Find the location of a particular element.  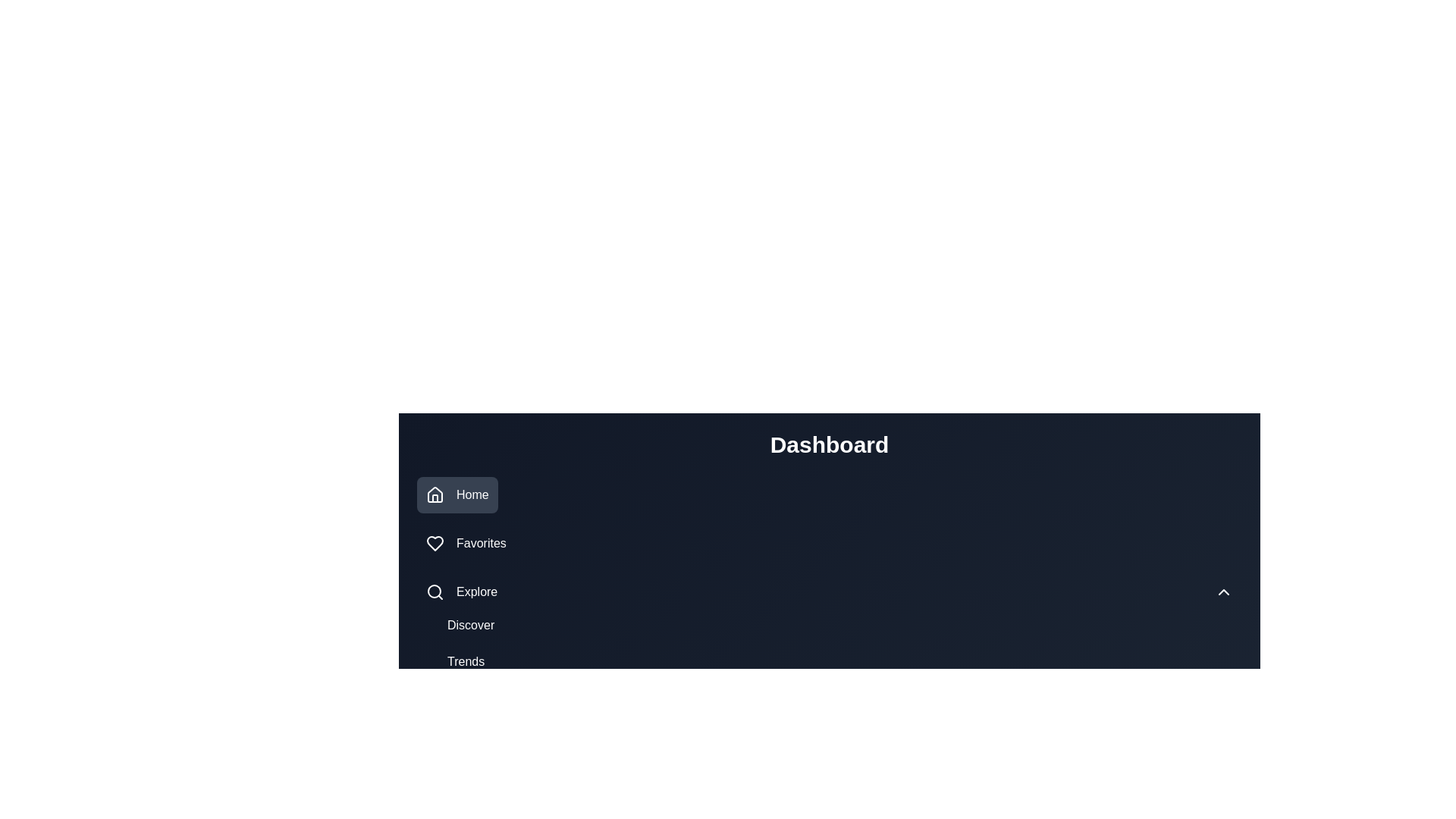

the 'Home' button, which is styled with a gray background, rounded corners, and contains a house icon followed by the text 'Home', located at the top of the left sidebar menu is located at coordinates (457, 494).